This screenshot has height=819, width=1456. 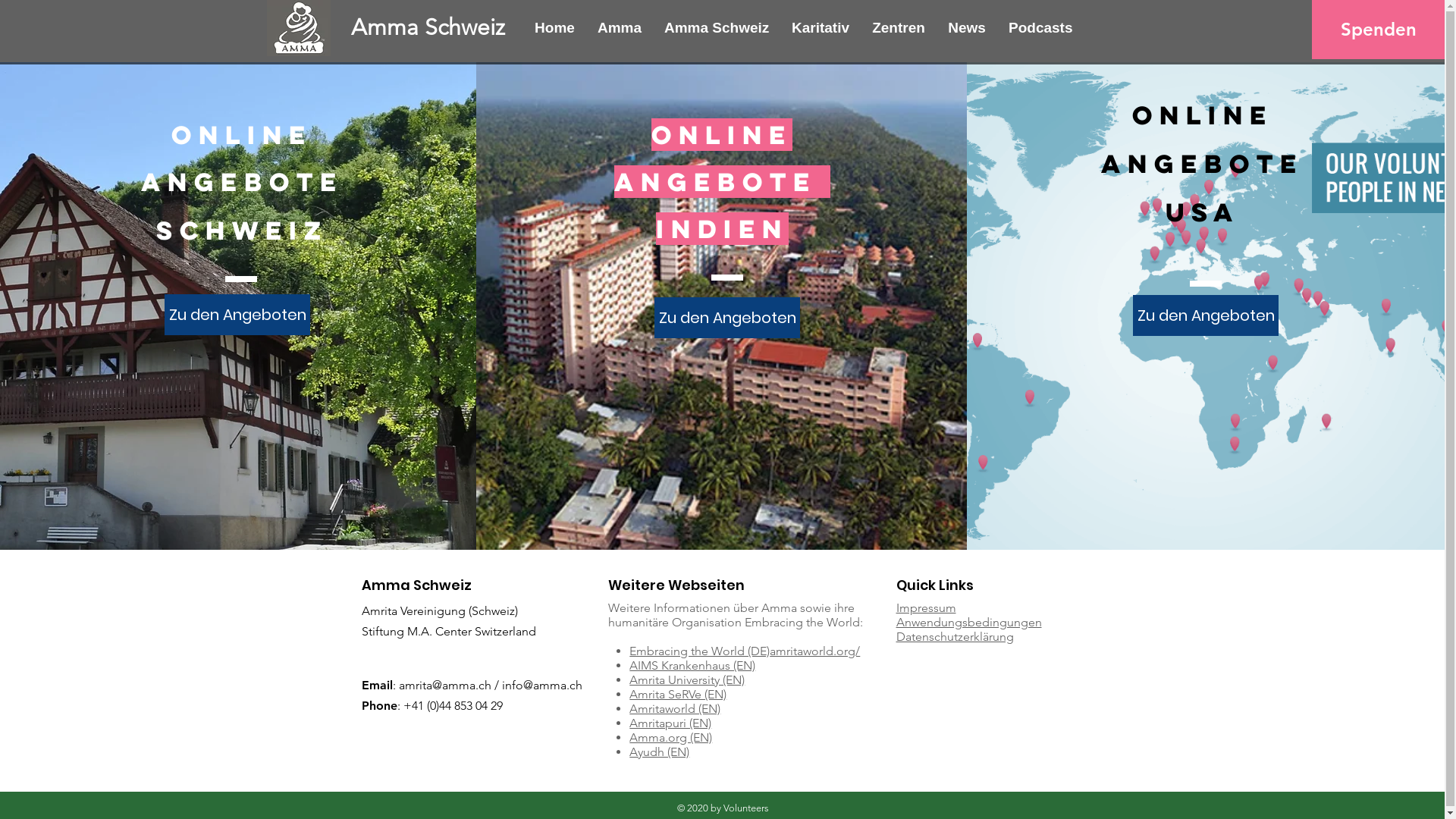 What do you see at coordinates (676, 694) in the screenshot?
I see `'Amrita SeRVe (EN)'` at bounding box center [676, 694].